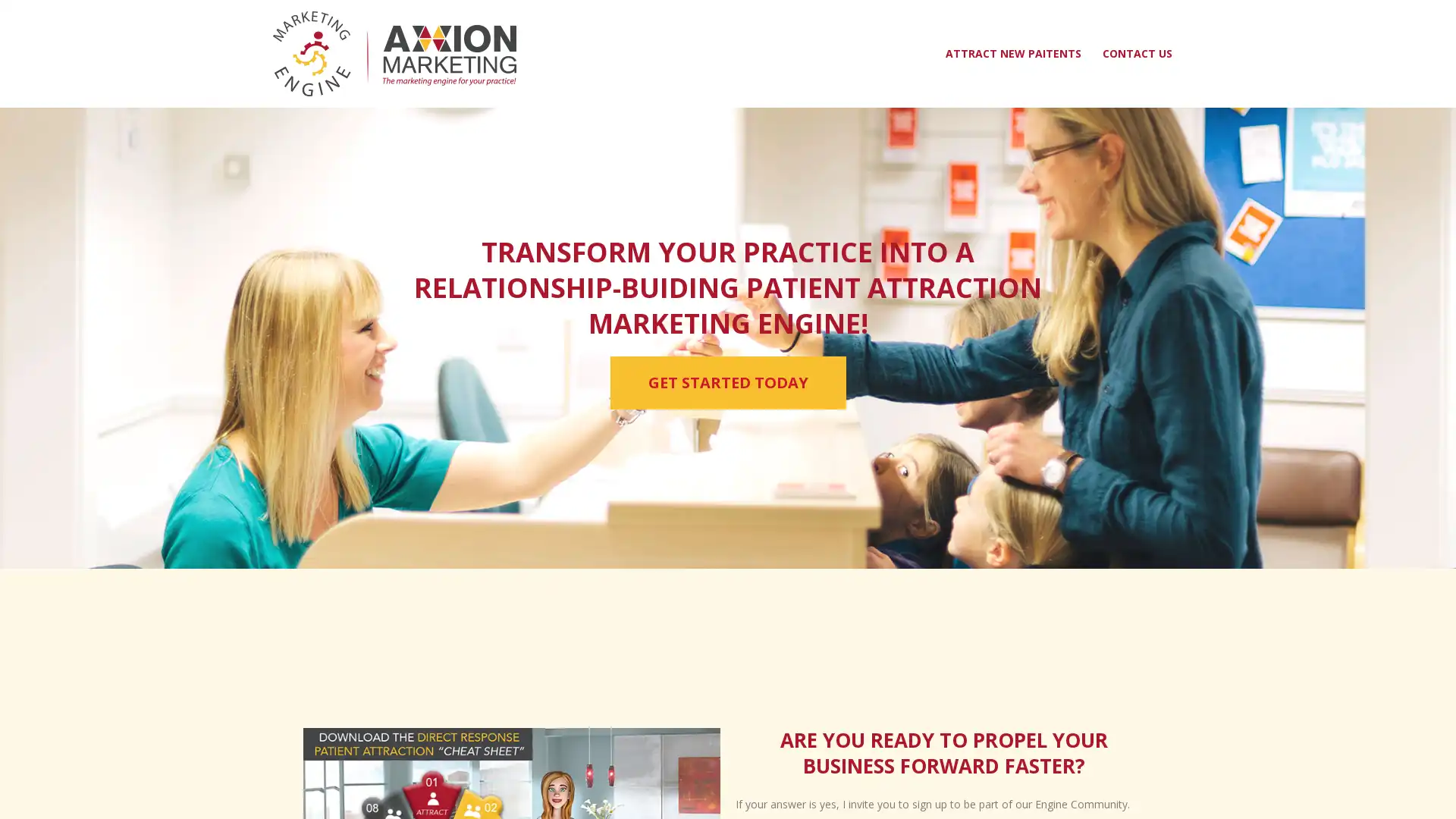  I want to click on GET STARTED TODAY, so click(726, 382).